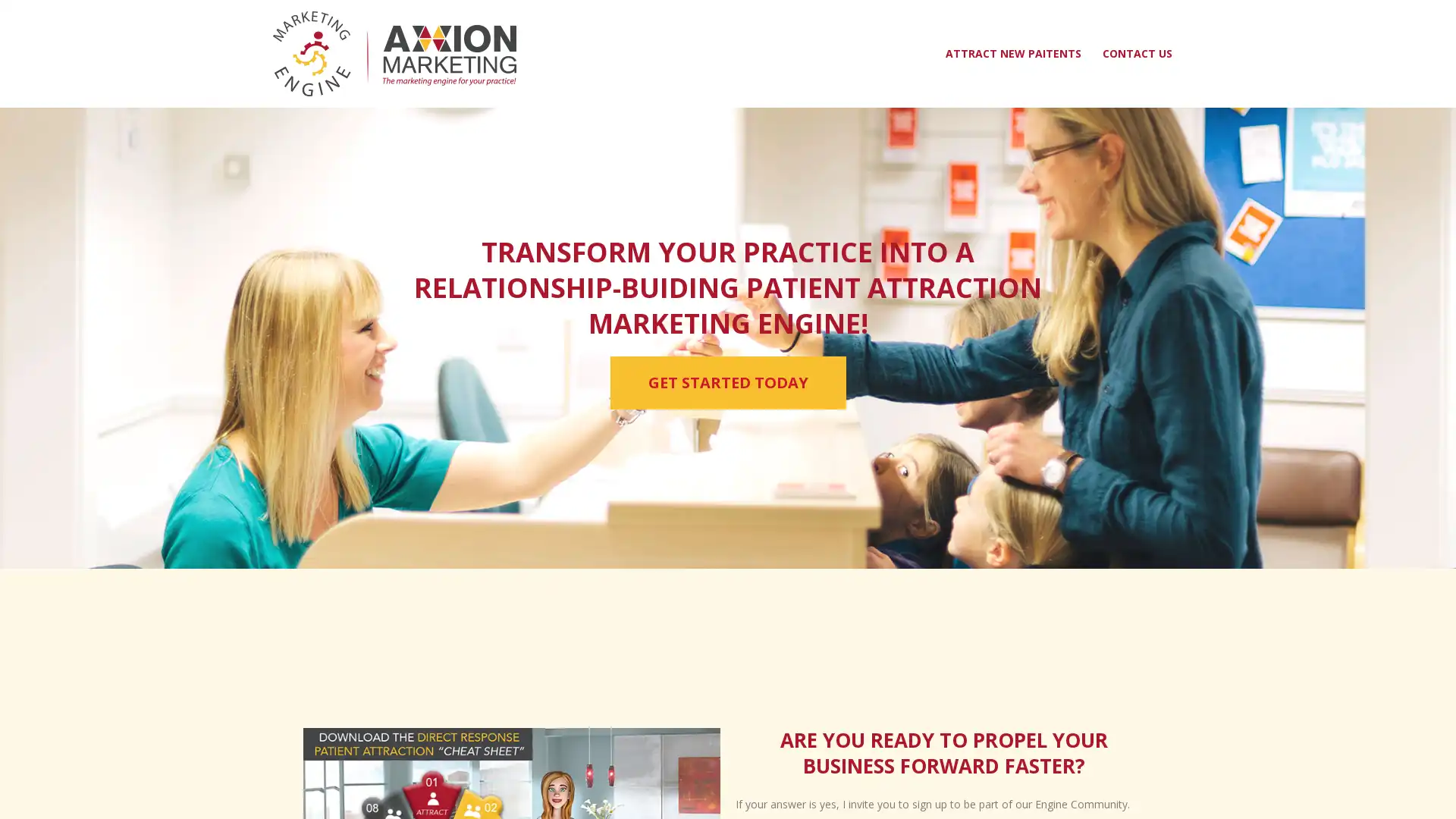  I want to click on GET STARTED TODAY, so click(726, 382).